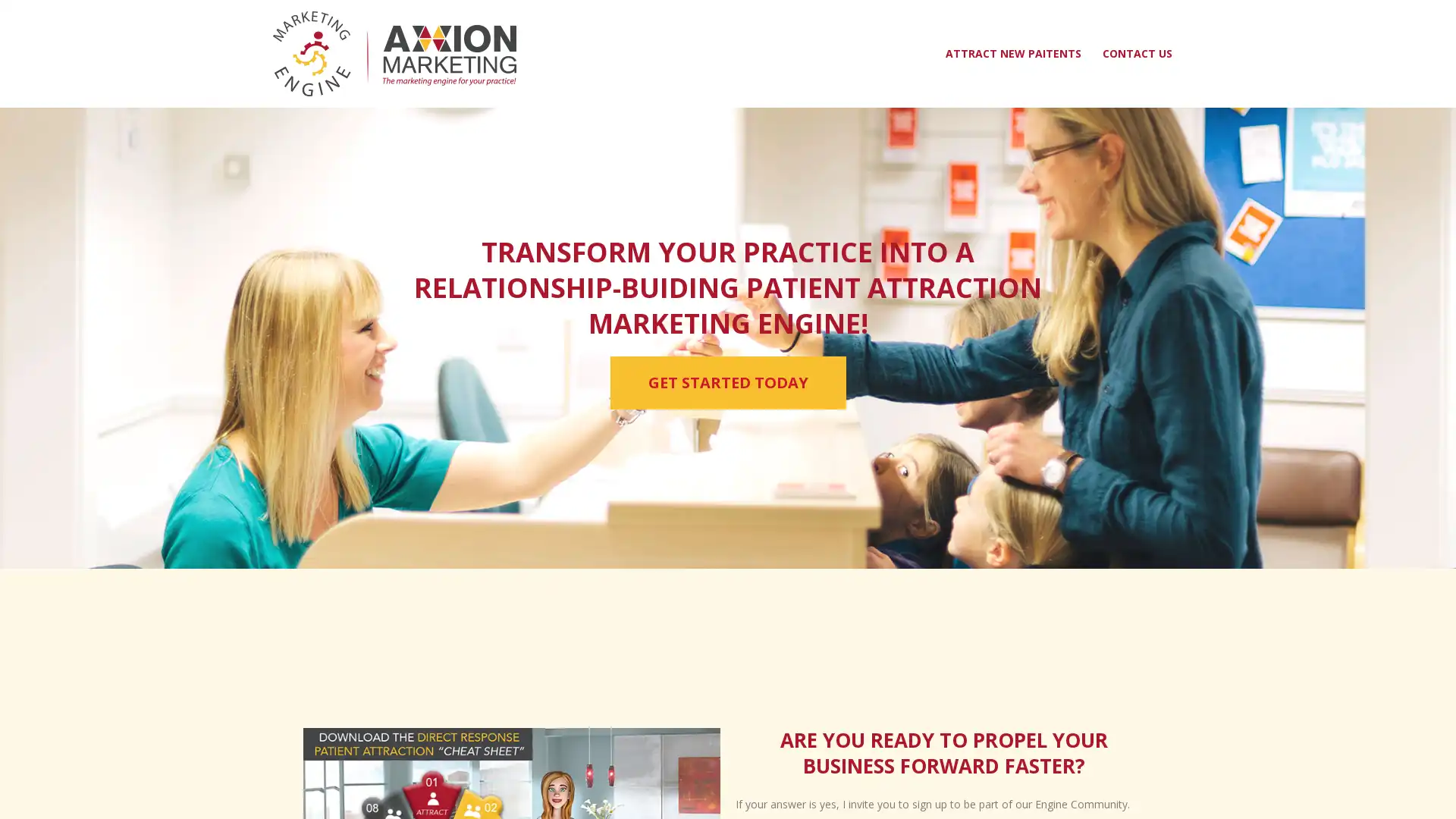  I want to click on GET STARTED TODAY, so click(726, 382).